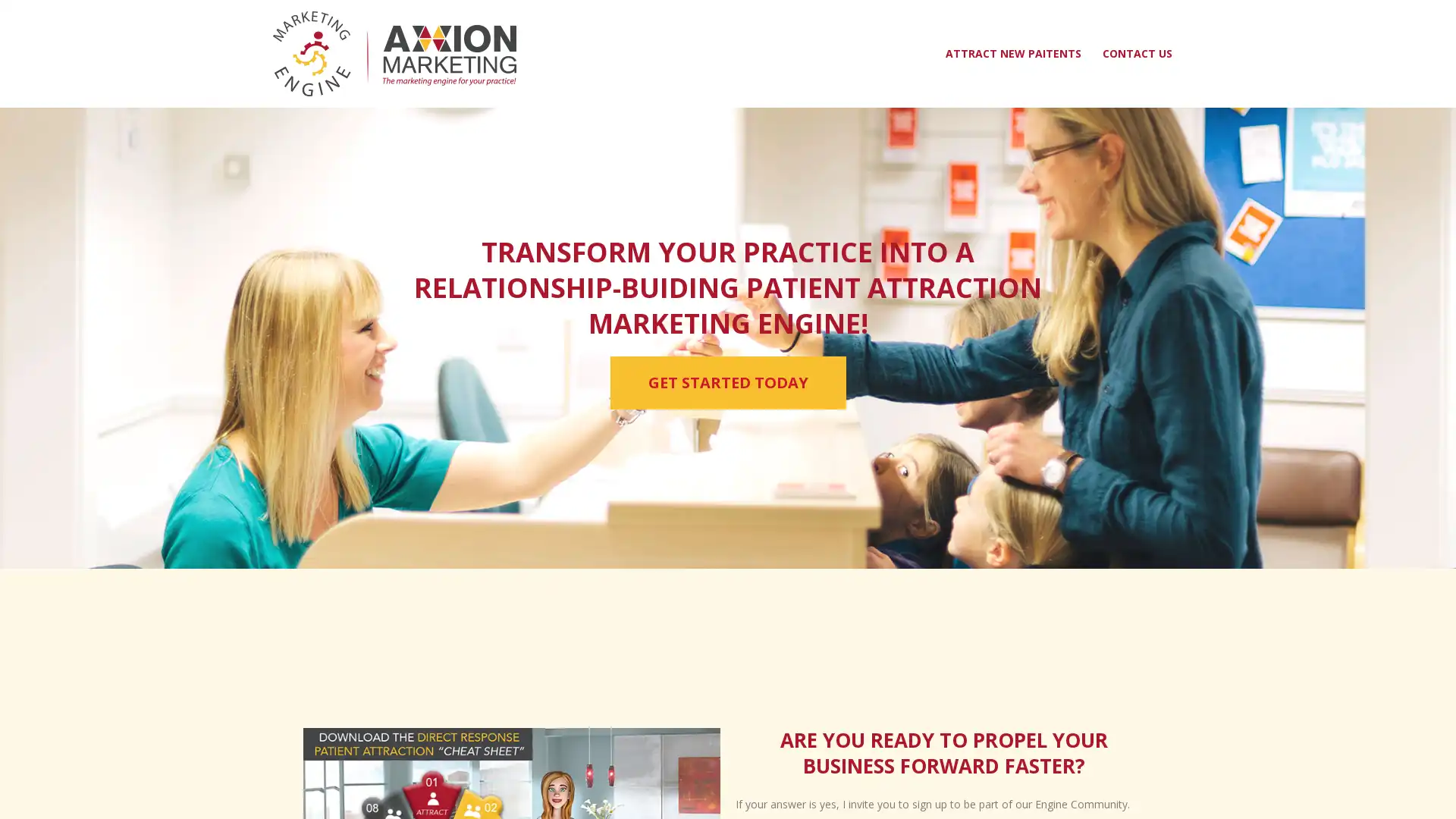  I want to click on GET STARTED TODAY, so click(726, 382).